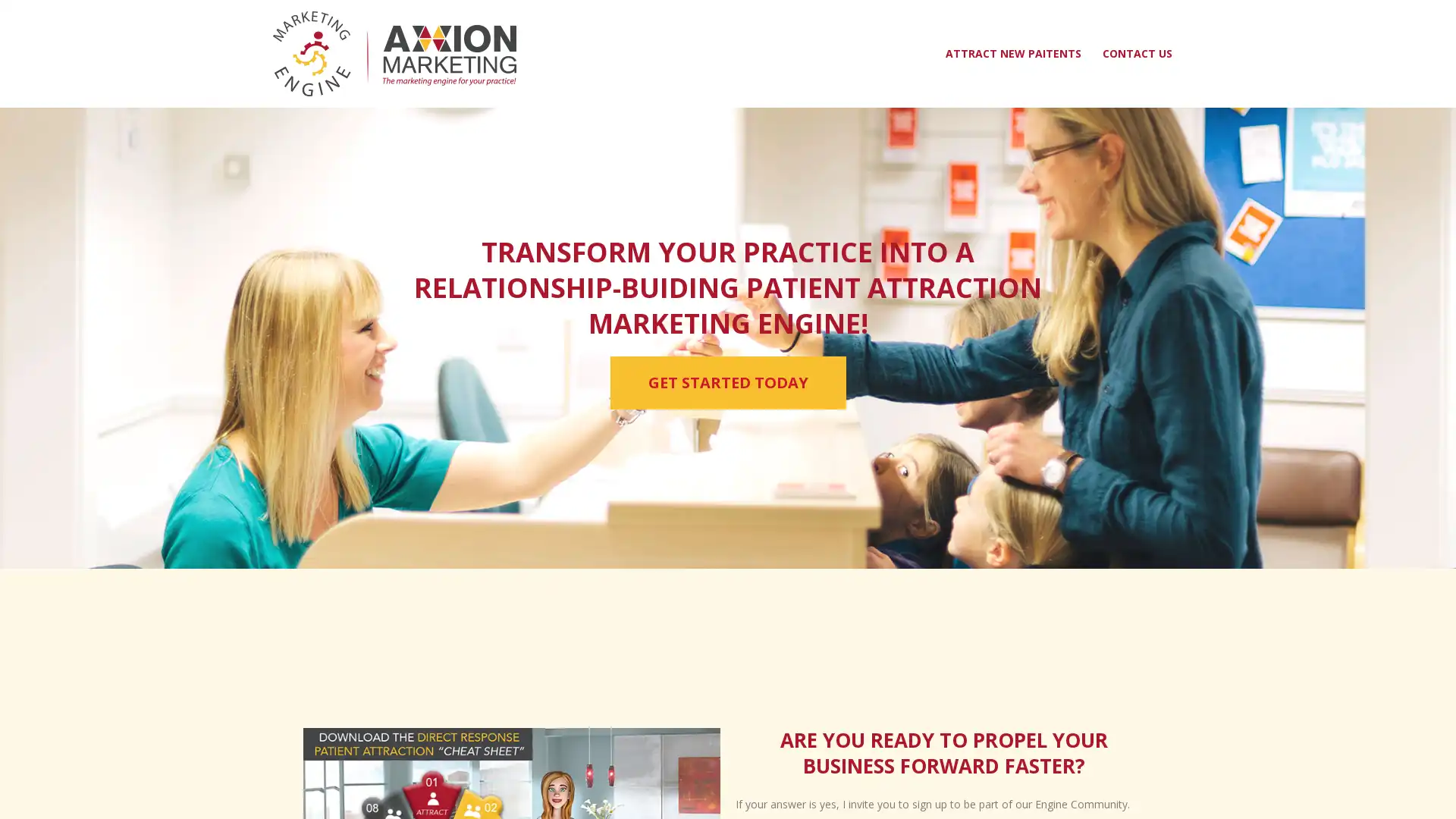  I want to click on GET STARTED TODAY, so click(726, 382).